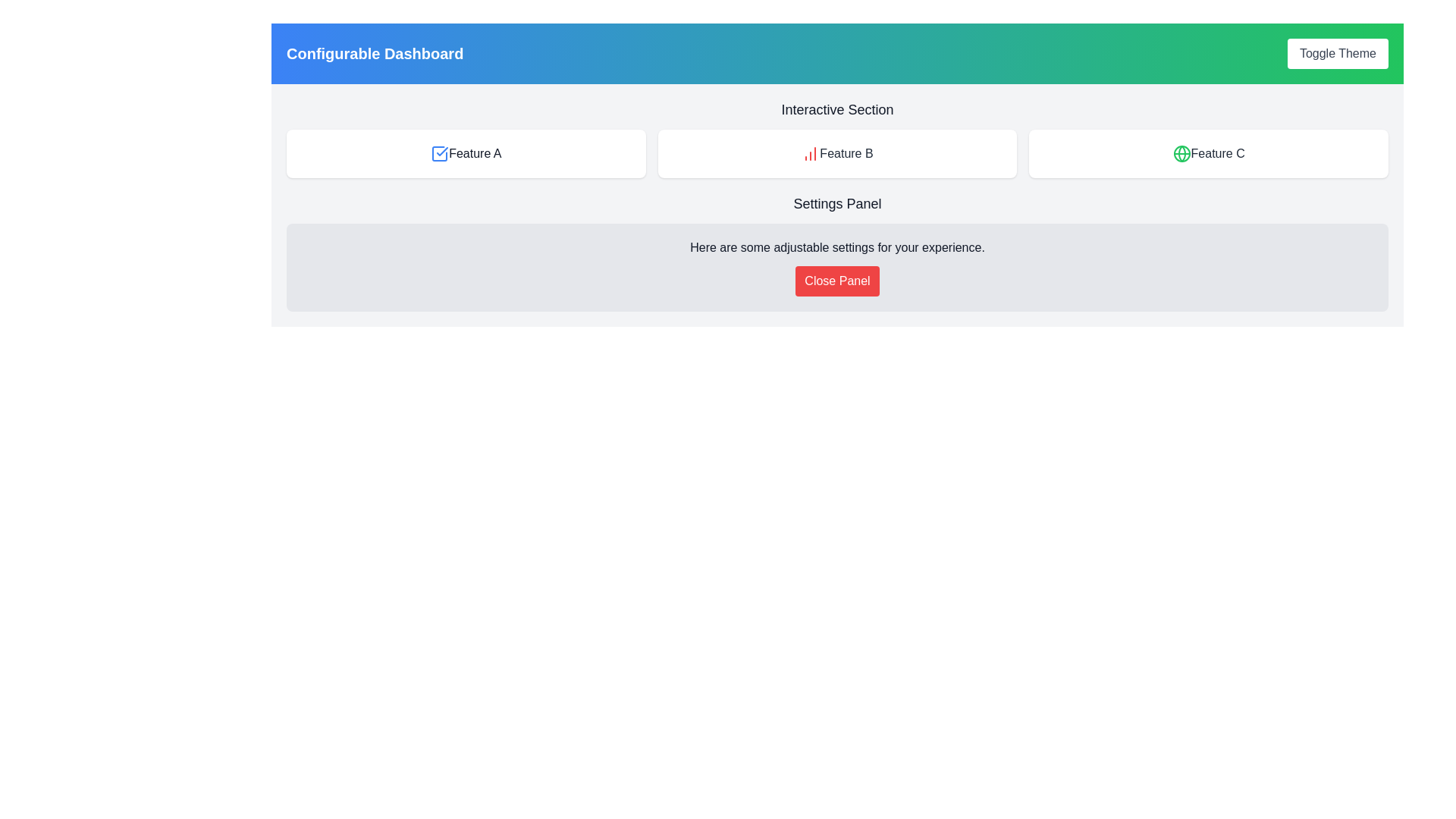  What do you see at coordinates (1208, 154) in the screenshot?
I see `the static informational display for 'Feature C', which is the last button in the sequence of three buttons labeled 'Feature A', 'Feature B', and 'Feature C'. This element is non-interactive and serves` at bounding box center [1208, 154].